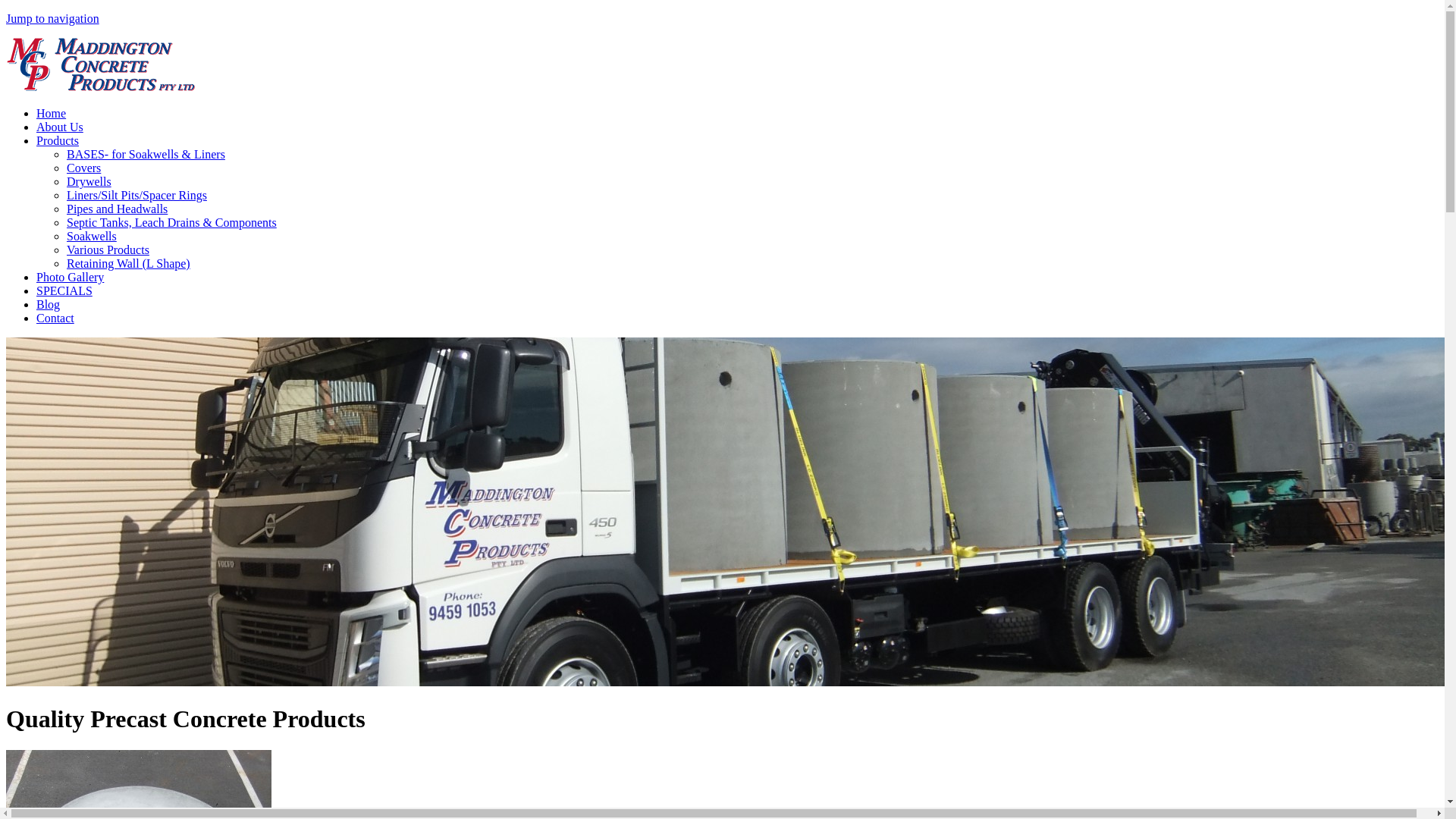  I want to click on 'Home', so click(100, 87).